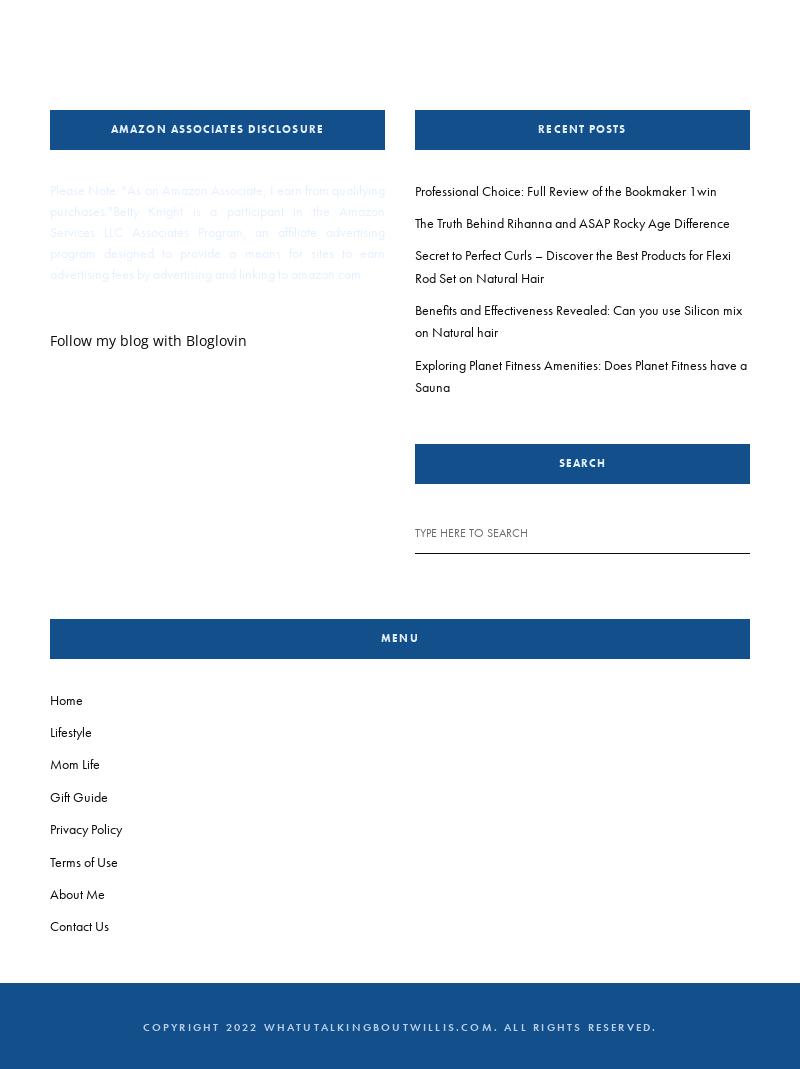 The image size is (800, 1069). What do you see at coordinates (142, 1026) in the screenshot?
I see `'COPYRIGHT 2022 WHATUTALKINGBOUTWILLIS.COM. ALL RIGHTS RESERVED.'` at bounding box center [142, 1026].